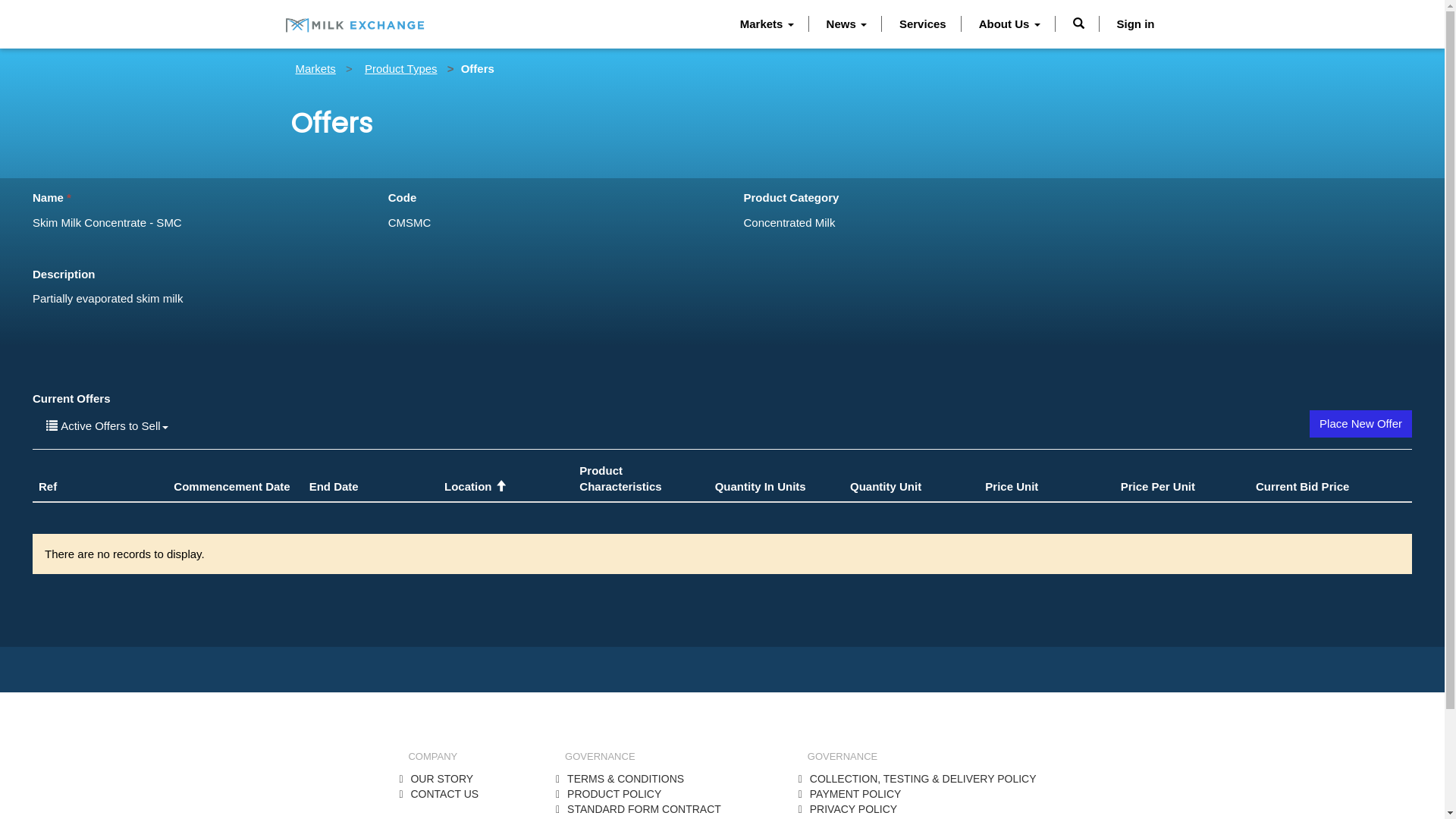 This screenshot has width=1456, height=819. What do you see at coordinates (1078, 23) in the screenshot?
I see `'Search'` at bounding box center [1078, 23].